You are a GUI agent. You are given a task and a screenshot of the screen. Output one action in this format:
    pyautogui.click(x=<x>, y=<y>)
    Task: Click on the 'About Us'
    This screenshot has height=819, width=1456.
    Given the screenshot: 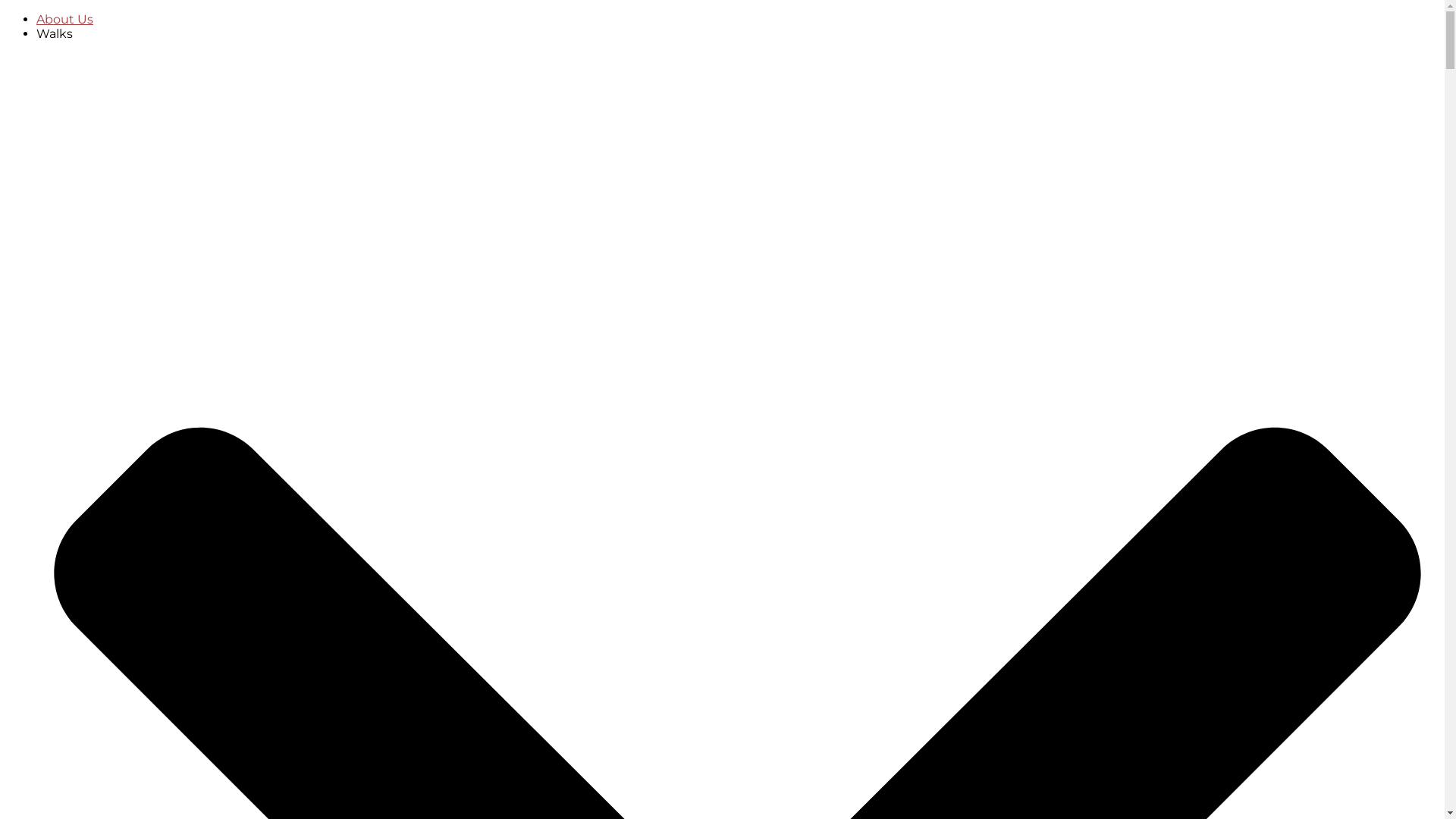 What is the action you would take?
    pyautogui.click(x=64, y=19)
    